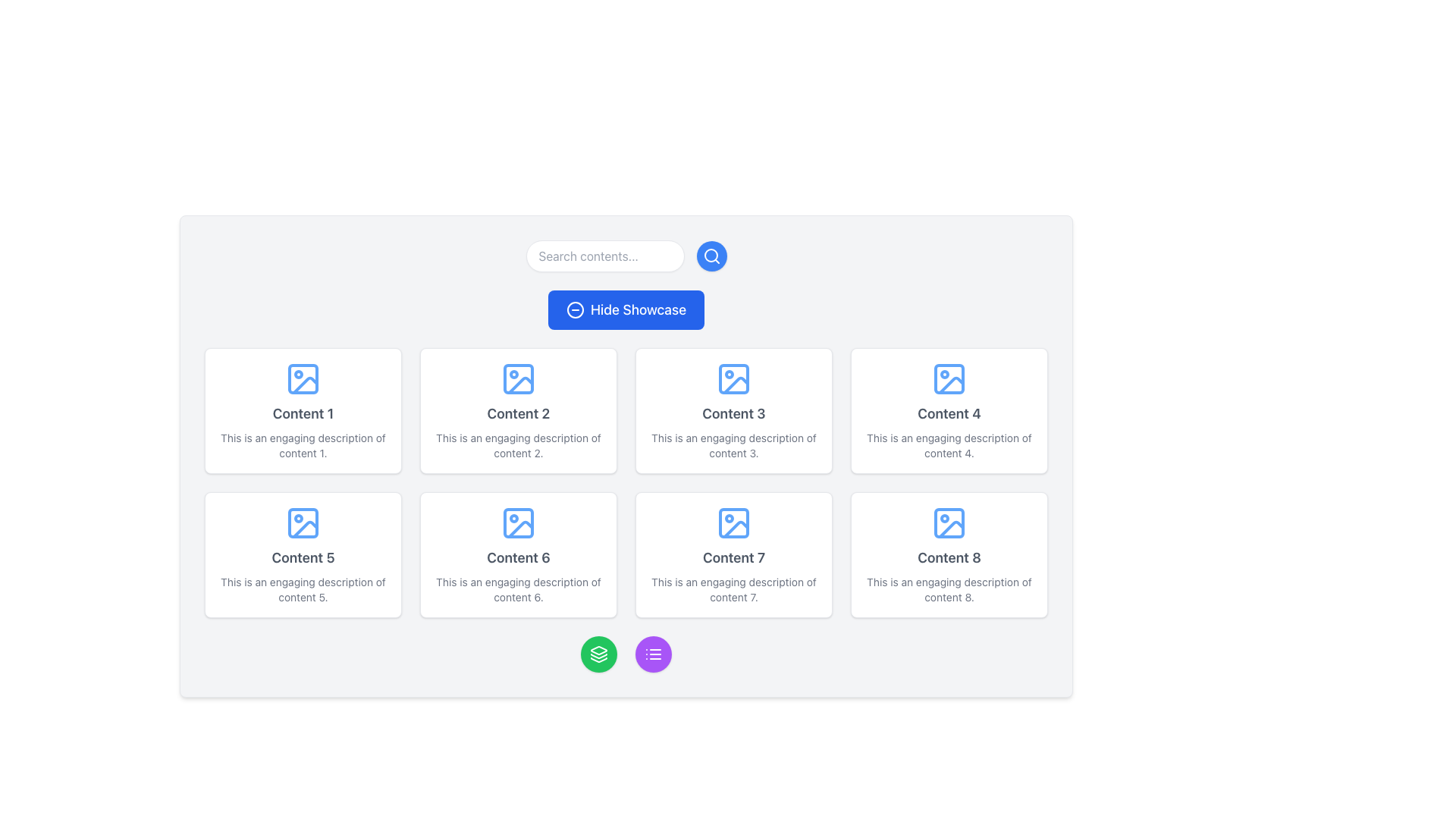 Image resolution: width=1456 pixels, height=819 pixels. Describe the element at coordinates (949, 522) in the screenshot. I see `the icon located in the bottom-right corner of the 'Content 8' card, which represents content or image-related data` at that location.